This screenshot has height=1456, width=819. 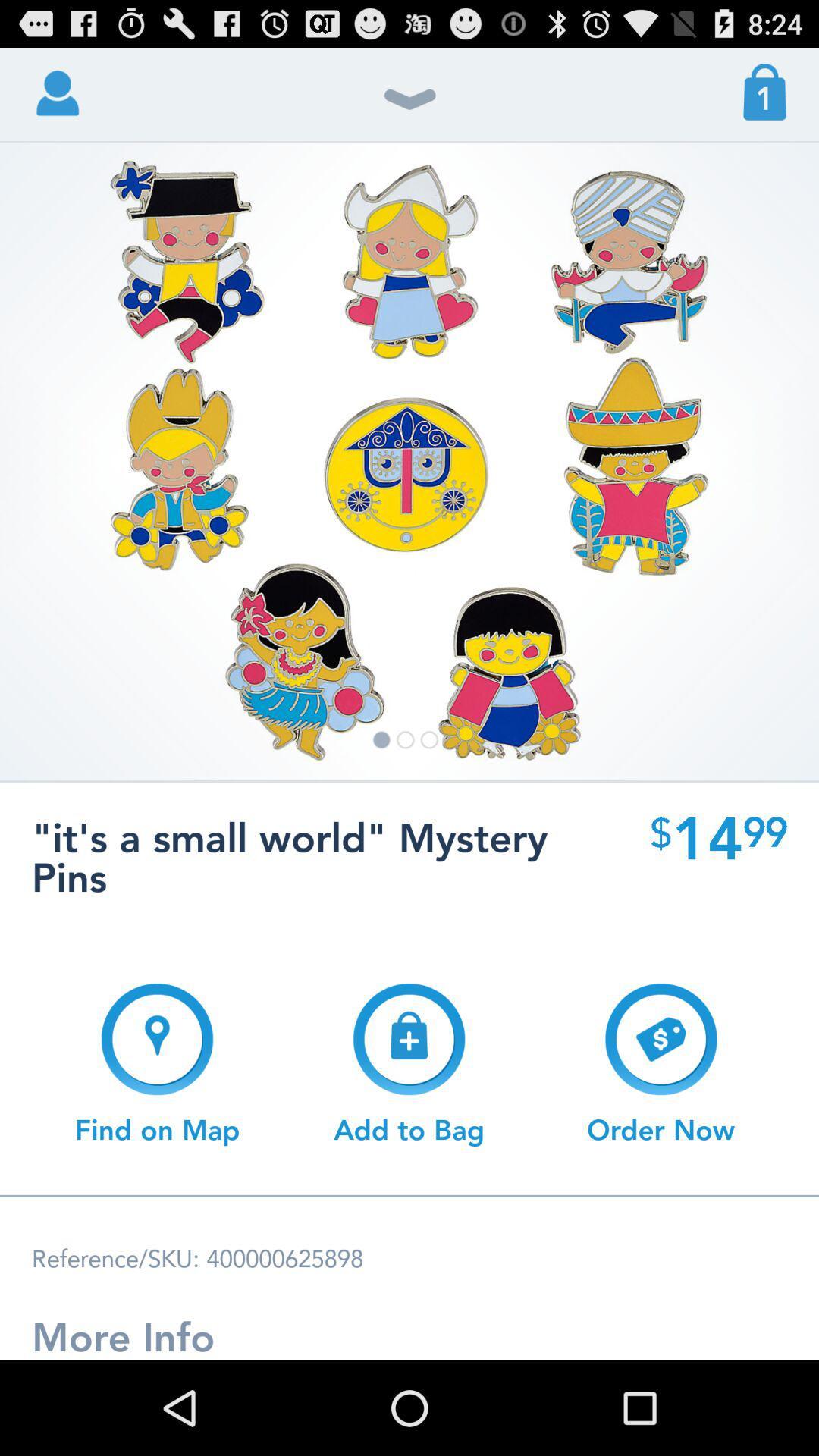 What do you see at coordinates (408, 1063) in the screenshot?
I see `the item to the left of the order now item` at bounding box center [408, 1063].